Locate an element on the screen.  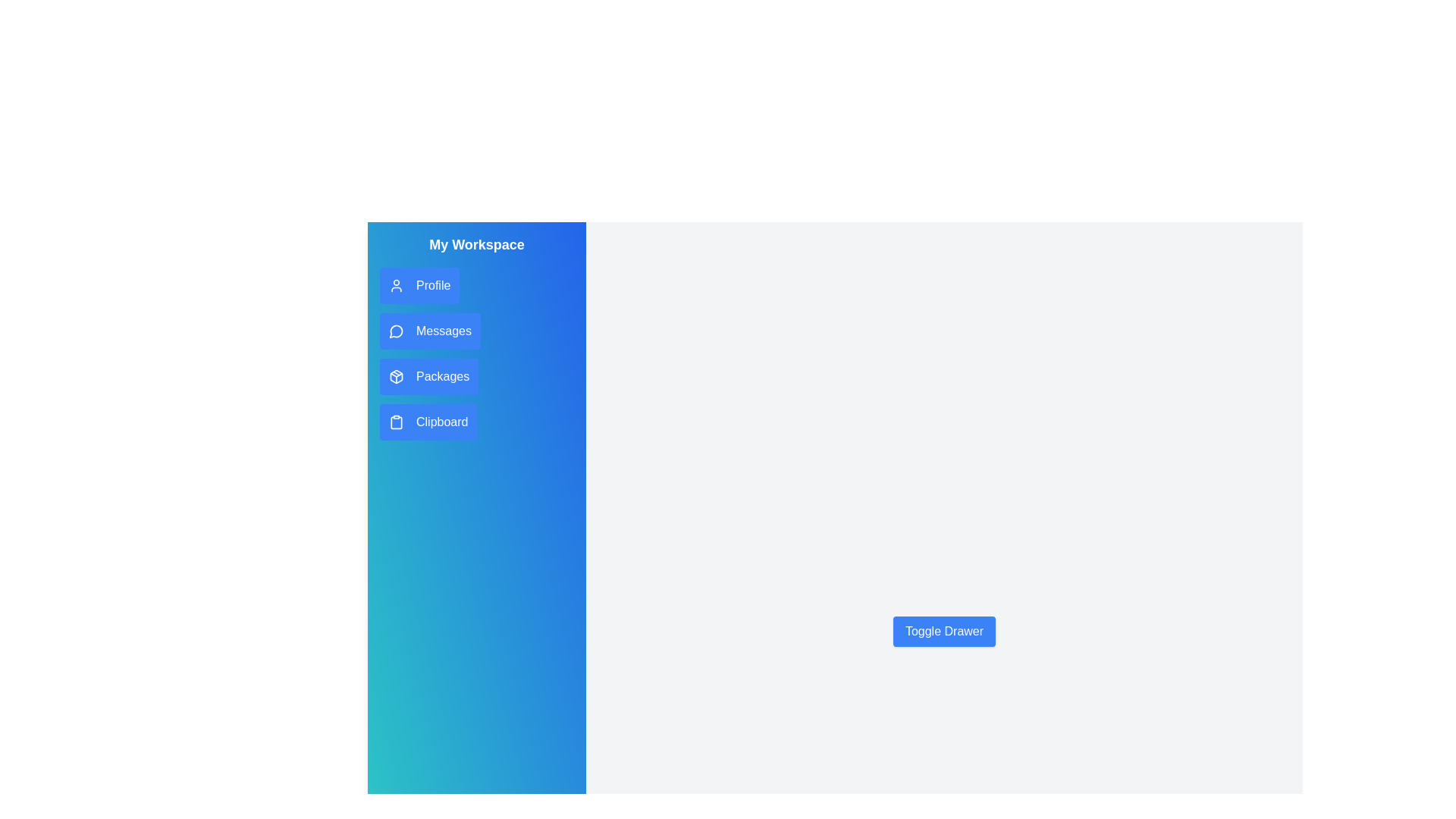
the 'Messages' button in the drawer is located at coordinates (428, 330).